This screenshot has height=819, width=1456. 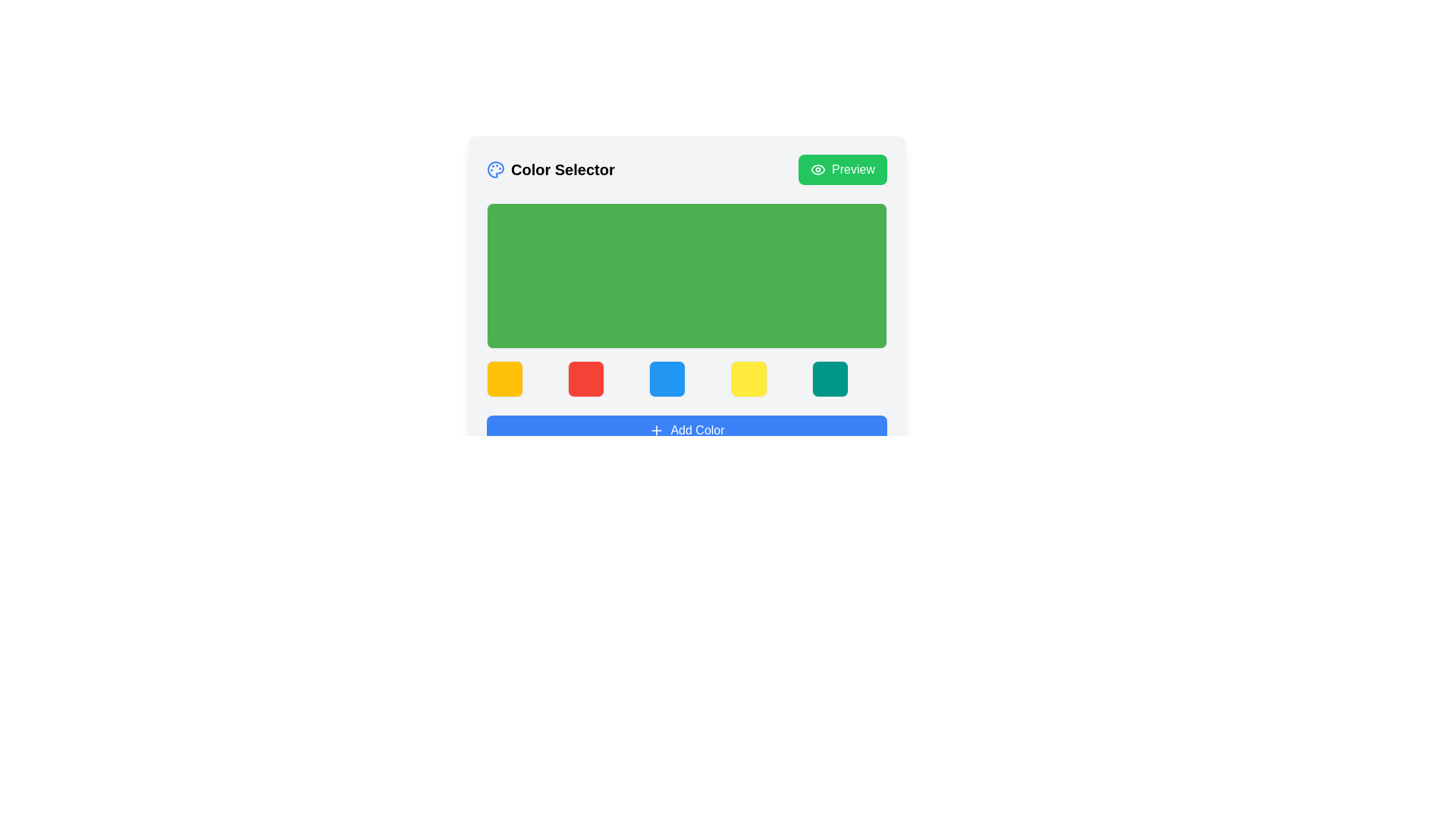 What do you see at coordinates (817, 169) in the screenshot?
I see `the visual effect of the eye icon located inside the green 'Preview' button, positioned to the left of the button's text` at bounding box center [817, 169].